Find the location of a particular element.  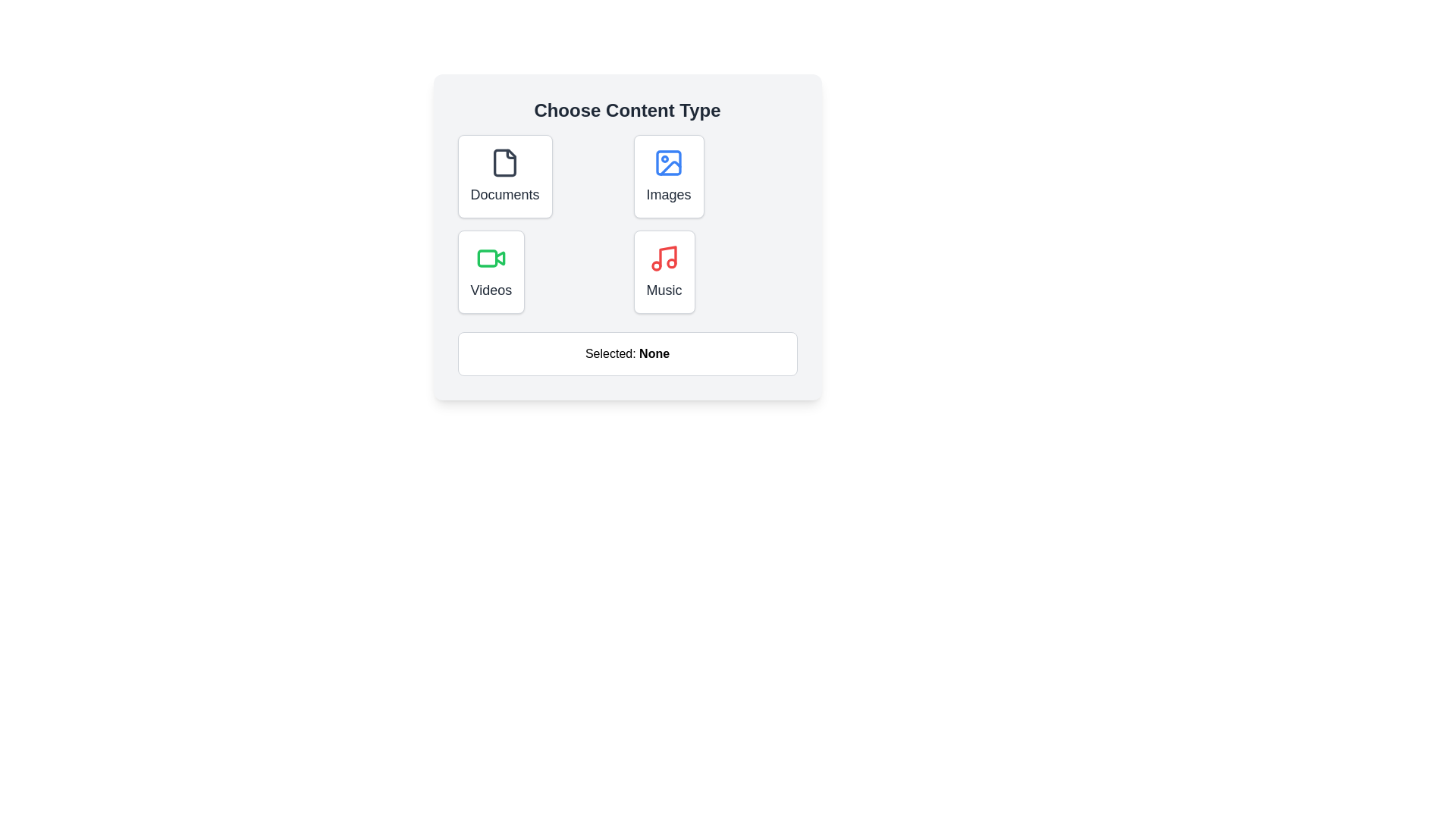

the button labeled 'Videos' to observe its hover effect is located at coordinates (491, 271).